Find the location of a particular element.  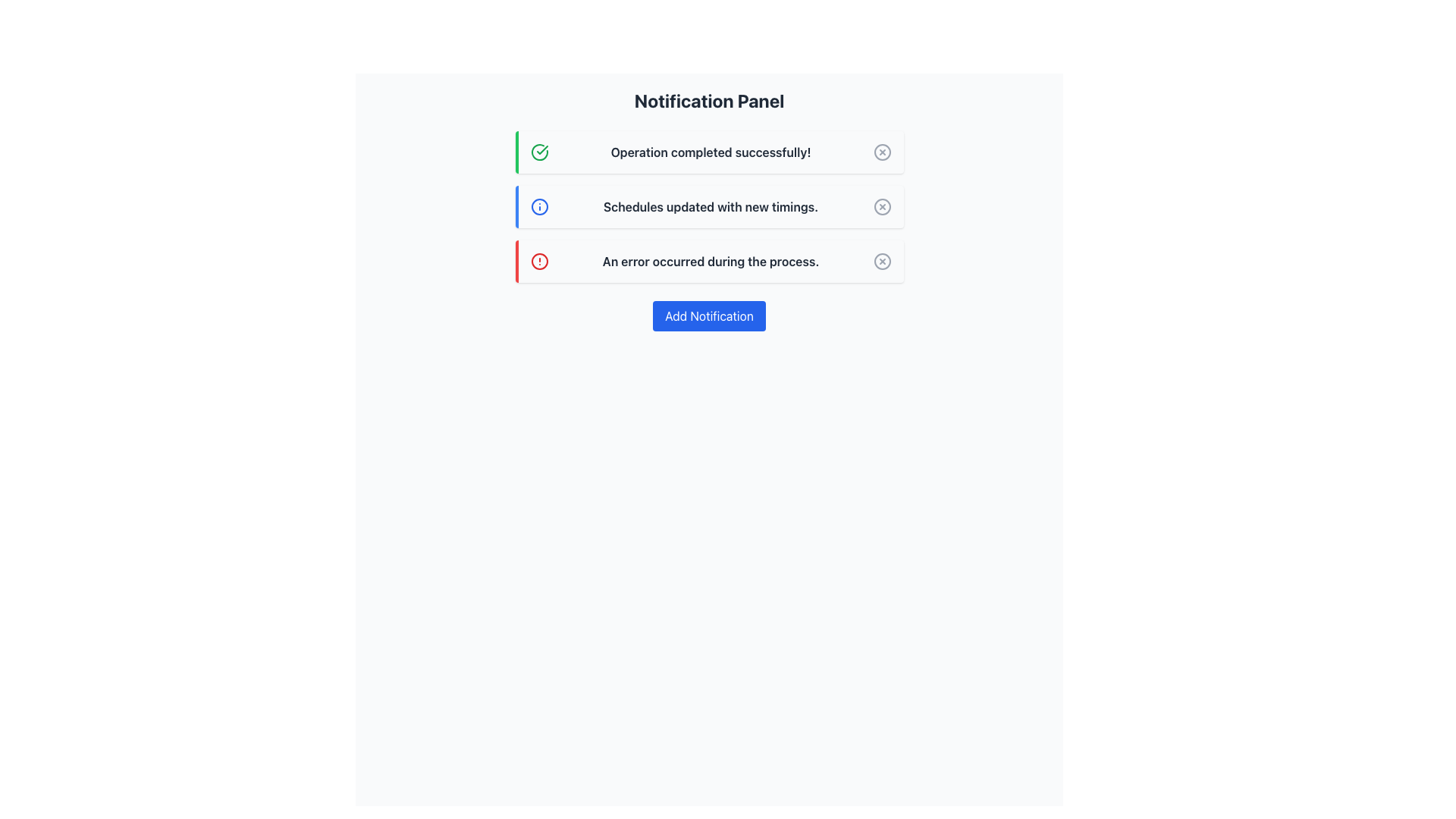

the text label displaying 'An error occurred during the process.' which is bolded in dark gray on a light red background, located between 'Schedules updated with new timings.' and 'Add Notification.' is located at coordinates (710, 260).